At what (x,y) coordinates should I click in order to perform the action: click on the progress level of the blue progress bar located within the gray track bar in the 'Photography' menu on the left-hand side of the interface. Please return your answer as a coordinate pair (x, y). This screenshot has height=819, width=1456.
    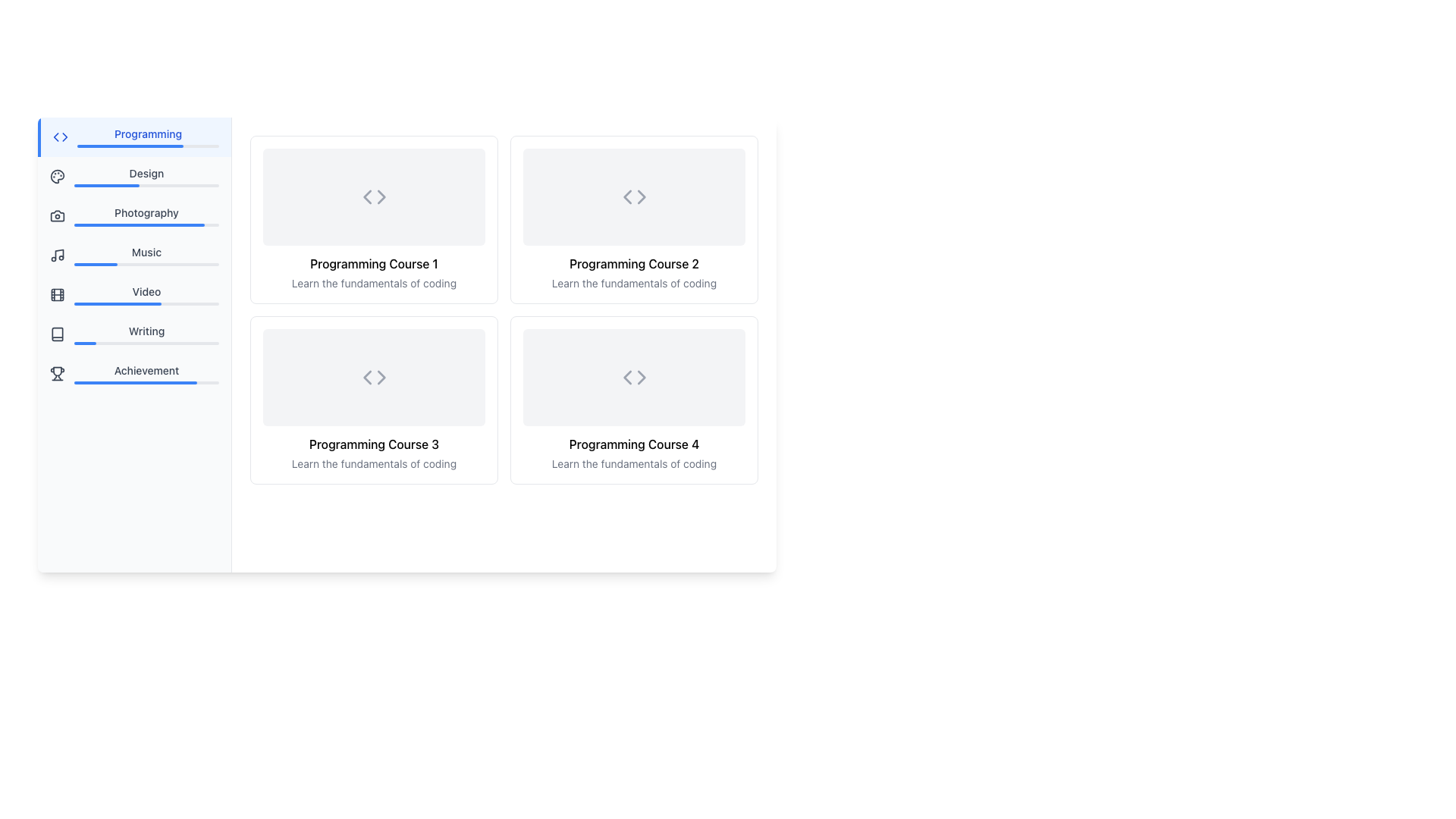
    Looking at the image, I should click on (139, 225).